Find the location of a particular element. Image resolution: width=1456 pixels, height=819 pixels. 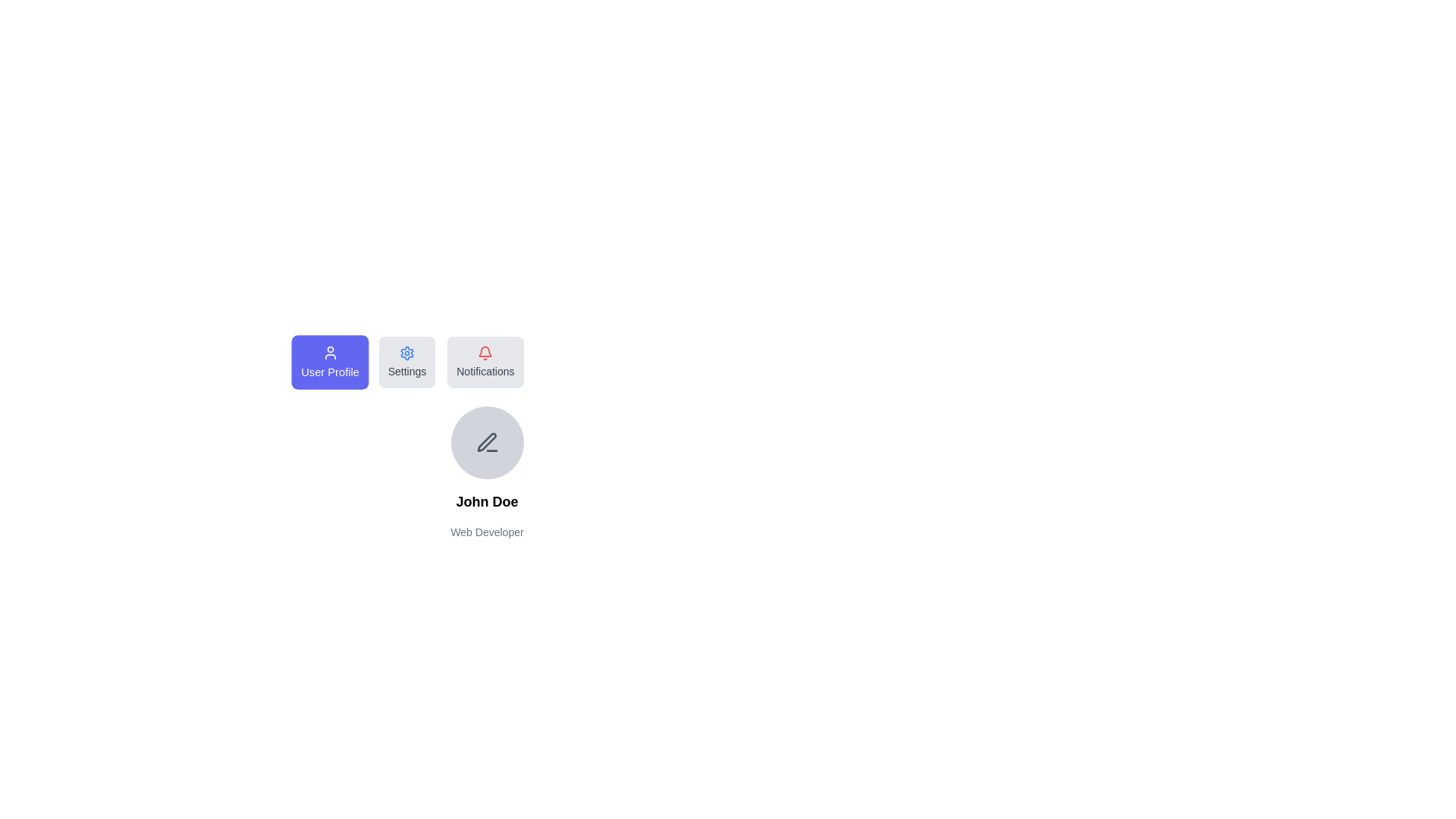

the medium-sized circular icon with a light gray background and a dark gray pencil symbol, which is located directly above the text 'John Doe' and 'Web Developer' is located at coordinates (487, 442).